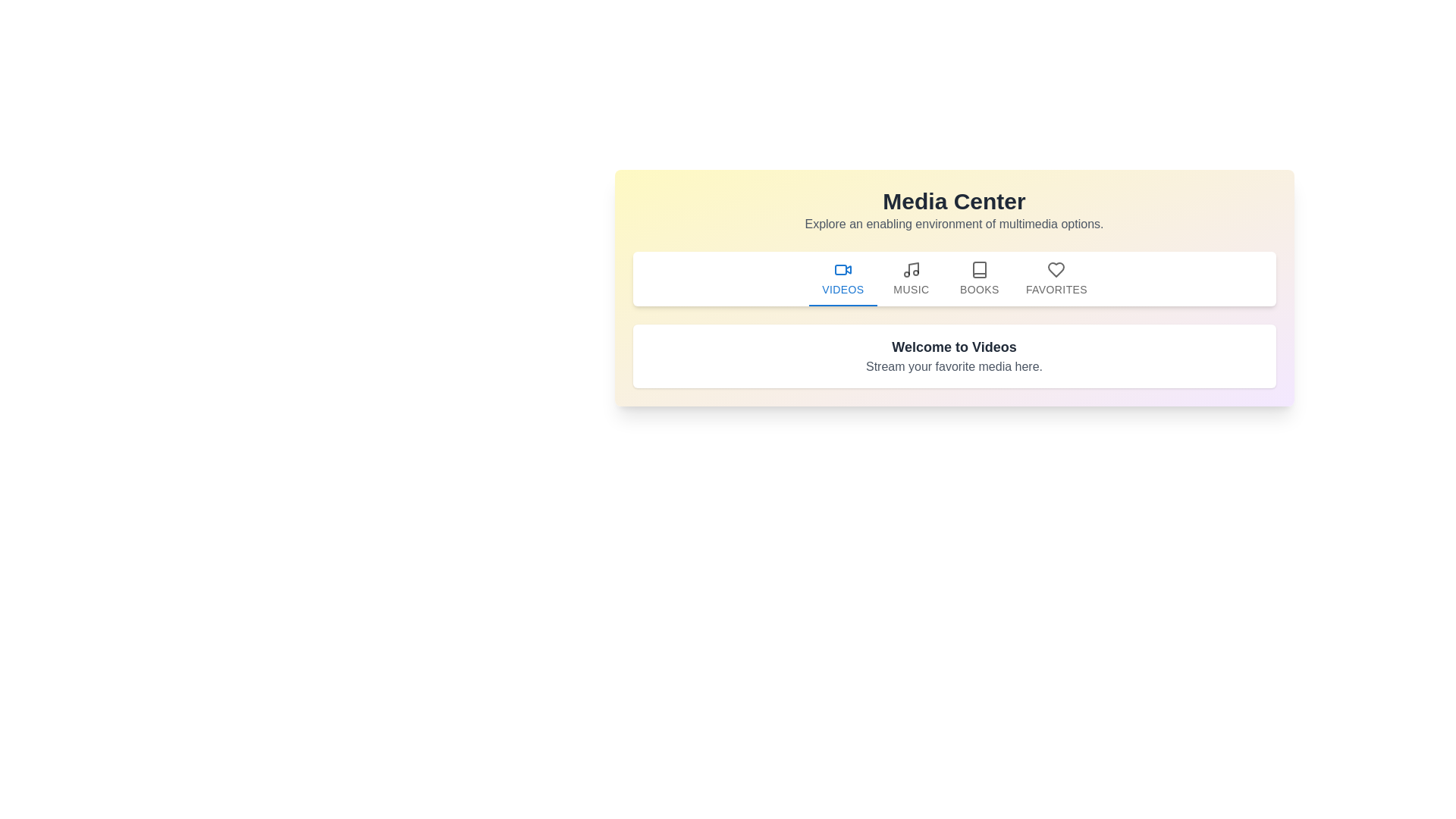 The image size is (1456, 819). Describe the element at coordinates (953, 366) in the screenshot. I see `the static text label that serves as a subtitle below the title 'Welcome to Videos'` at that location.